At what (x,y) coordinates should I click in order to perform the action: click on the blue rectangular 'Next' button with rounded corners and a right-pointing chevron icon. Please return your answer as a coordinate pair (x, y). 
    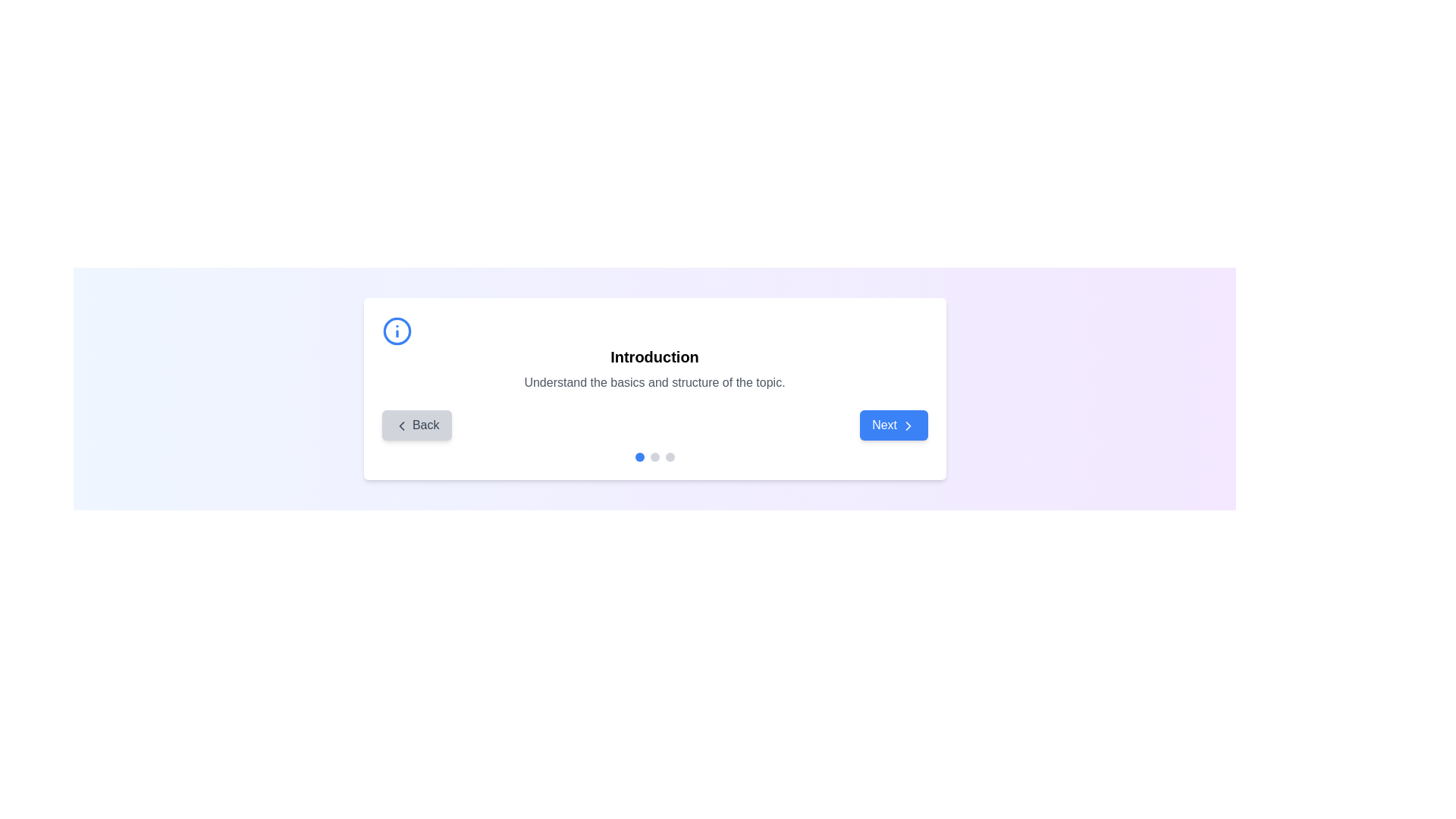
    Looking at the image, I should click on (893, 425).